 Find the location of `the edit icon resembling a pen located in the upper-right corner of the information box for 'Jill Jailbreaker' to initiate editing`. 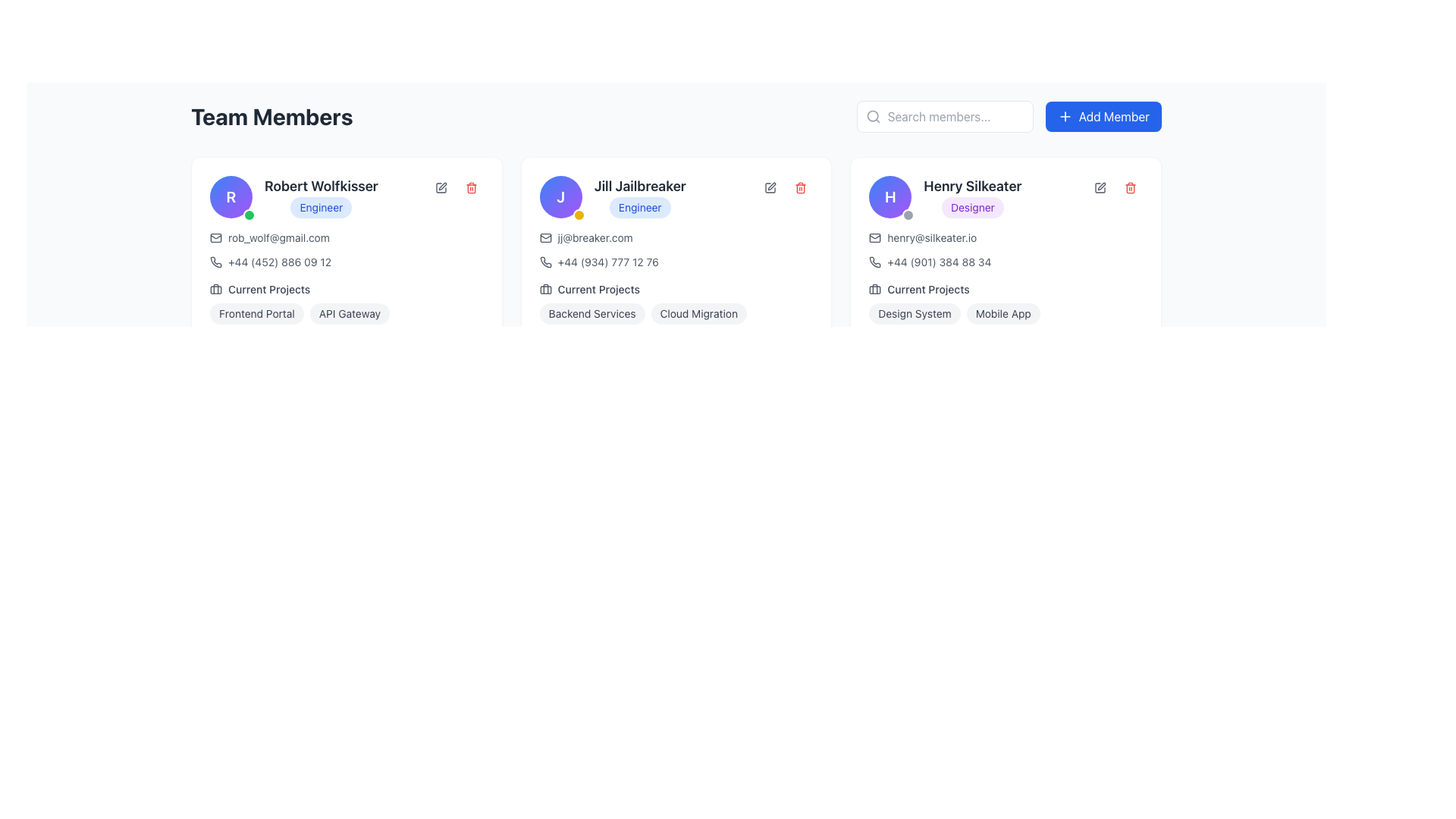

the edit icon resembling a pen located in the upper-right corner of the information box for 'Jill Jailbreaker' to initiate editing is located at coordinates (770, 187).